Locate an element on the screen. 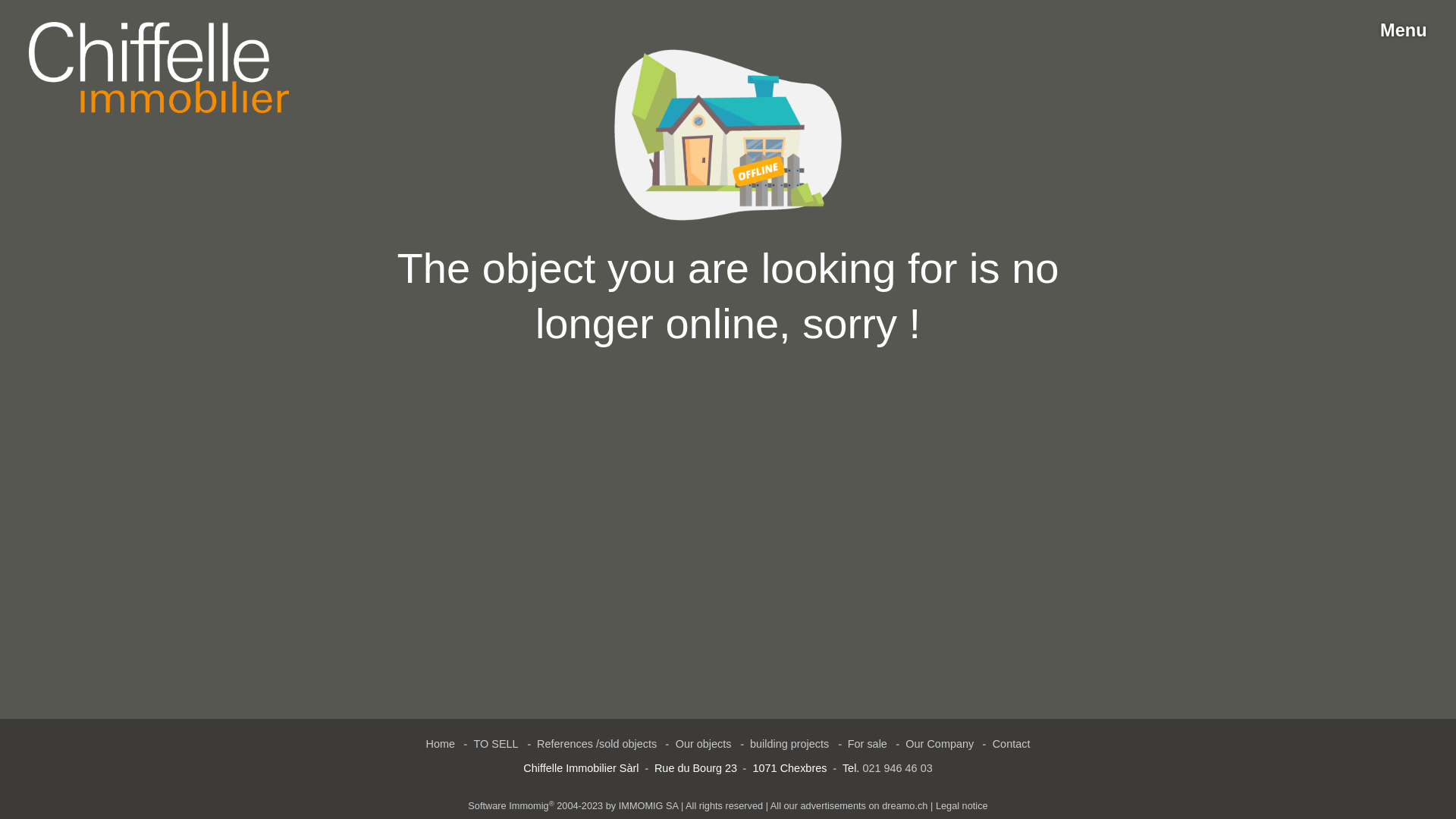 The width and height of the screenshot is (1456, 819). 'For sale' is located at coordinates (867, 743).